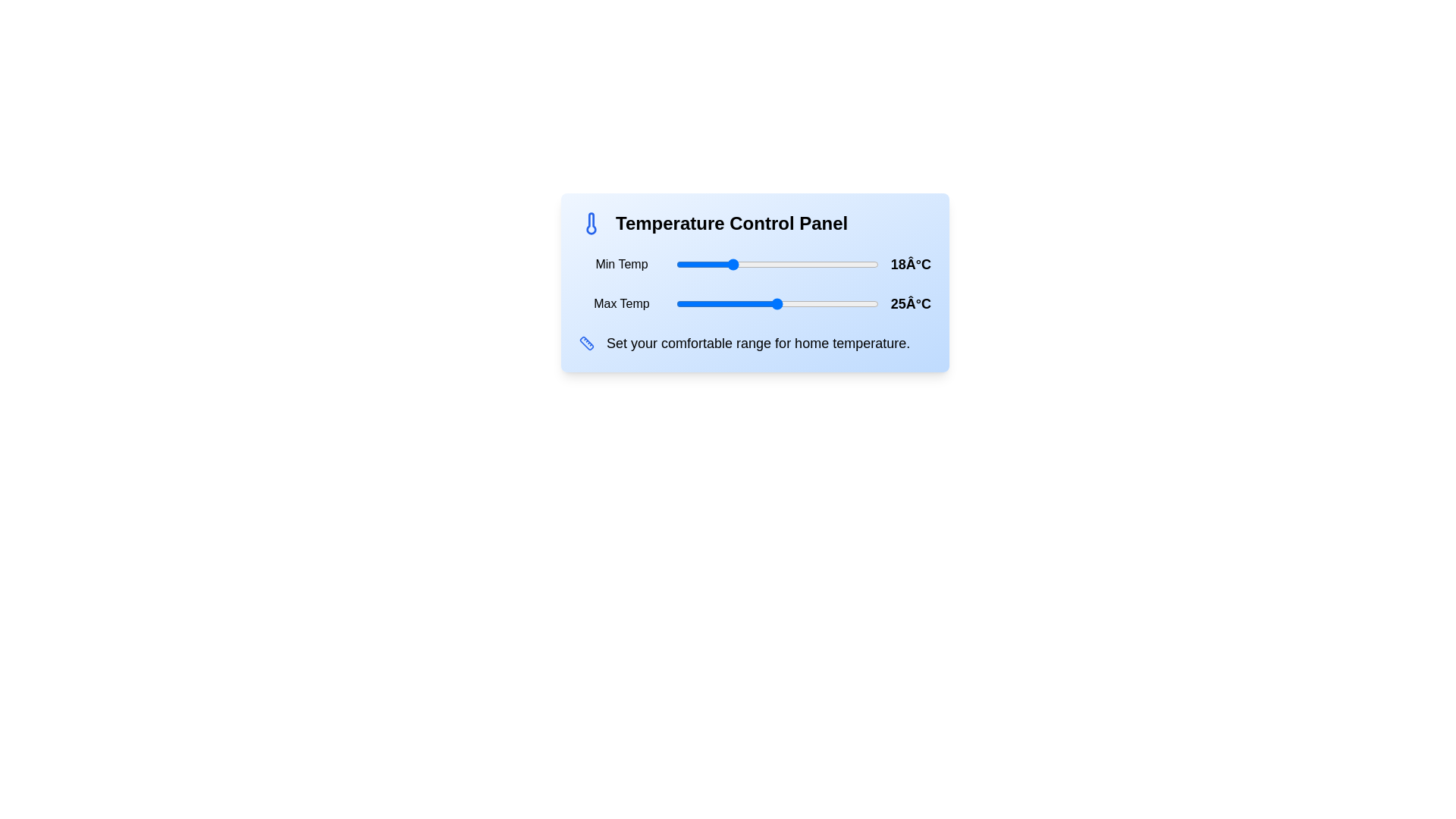 The width and height of the screenshot is (1456, 819). Describe the element at coordinates (770, 263) in the screenshot. I see `the minimum temperature to 24°C using the slider` at that location.